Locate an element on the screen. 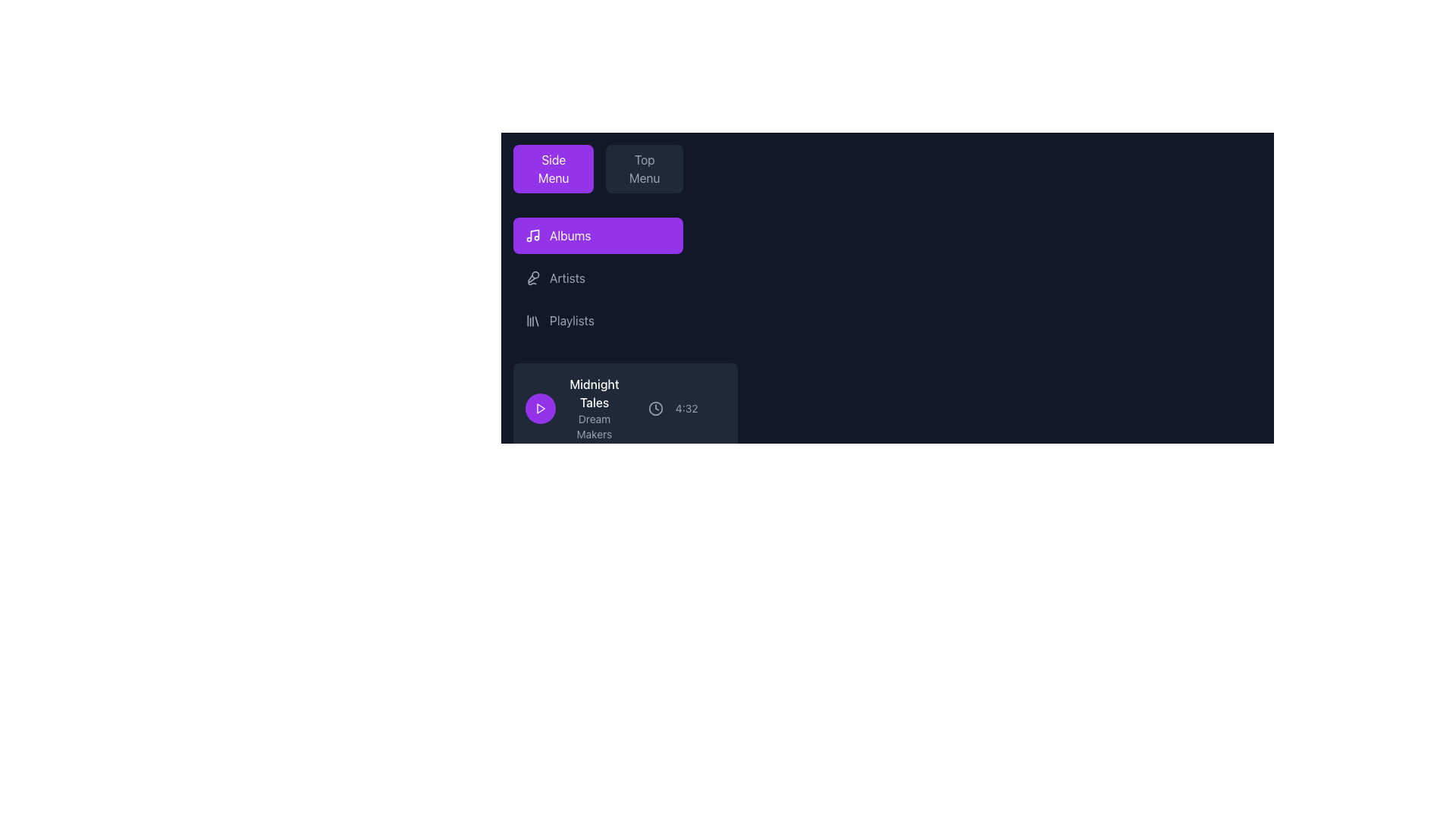 The image size is (1456, 819). the SVG Circle that visually represents a clock or timer, located near the text 'Midnight Tales' and the duration '4:32' is located at coordinates (655, 408).